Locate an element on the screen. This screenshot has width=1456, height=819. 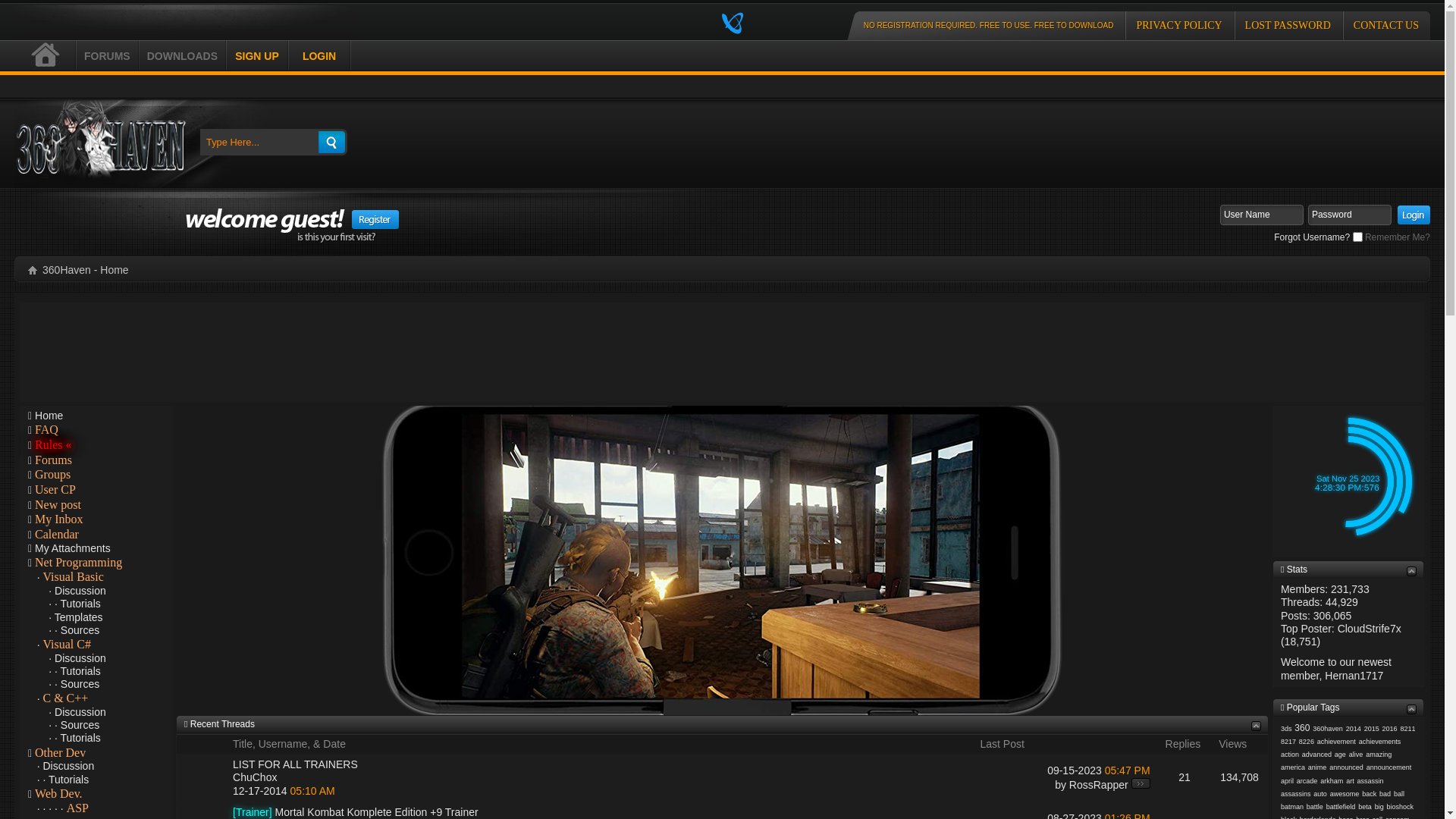
'PRIVACY POLICY' is located at coordinates (1125, 26).